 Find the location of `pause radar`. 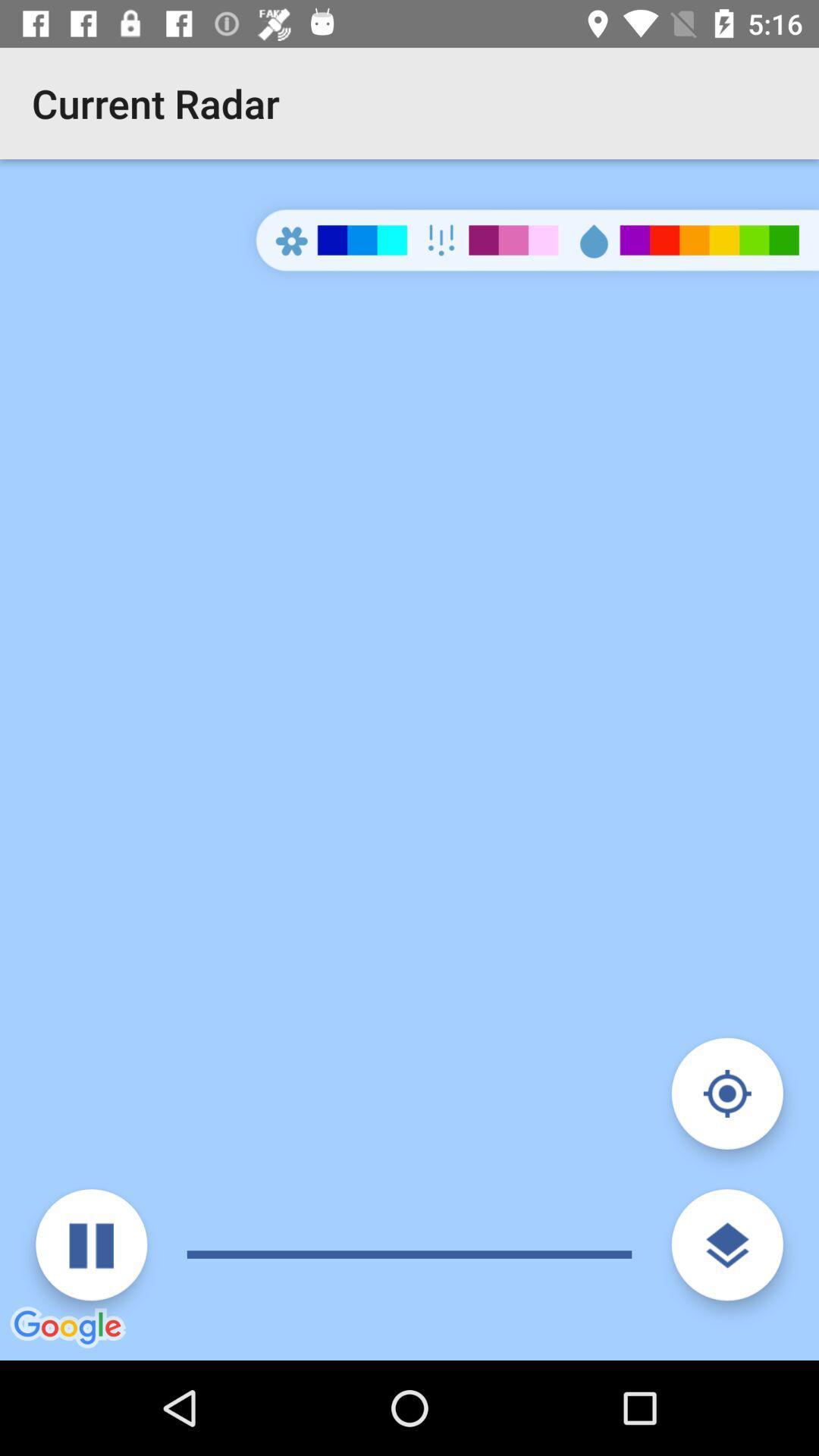

pause radar is located at coordinates (91, 1244).